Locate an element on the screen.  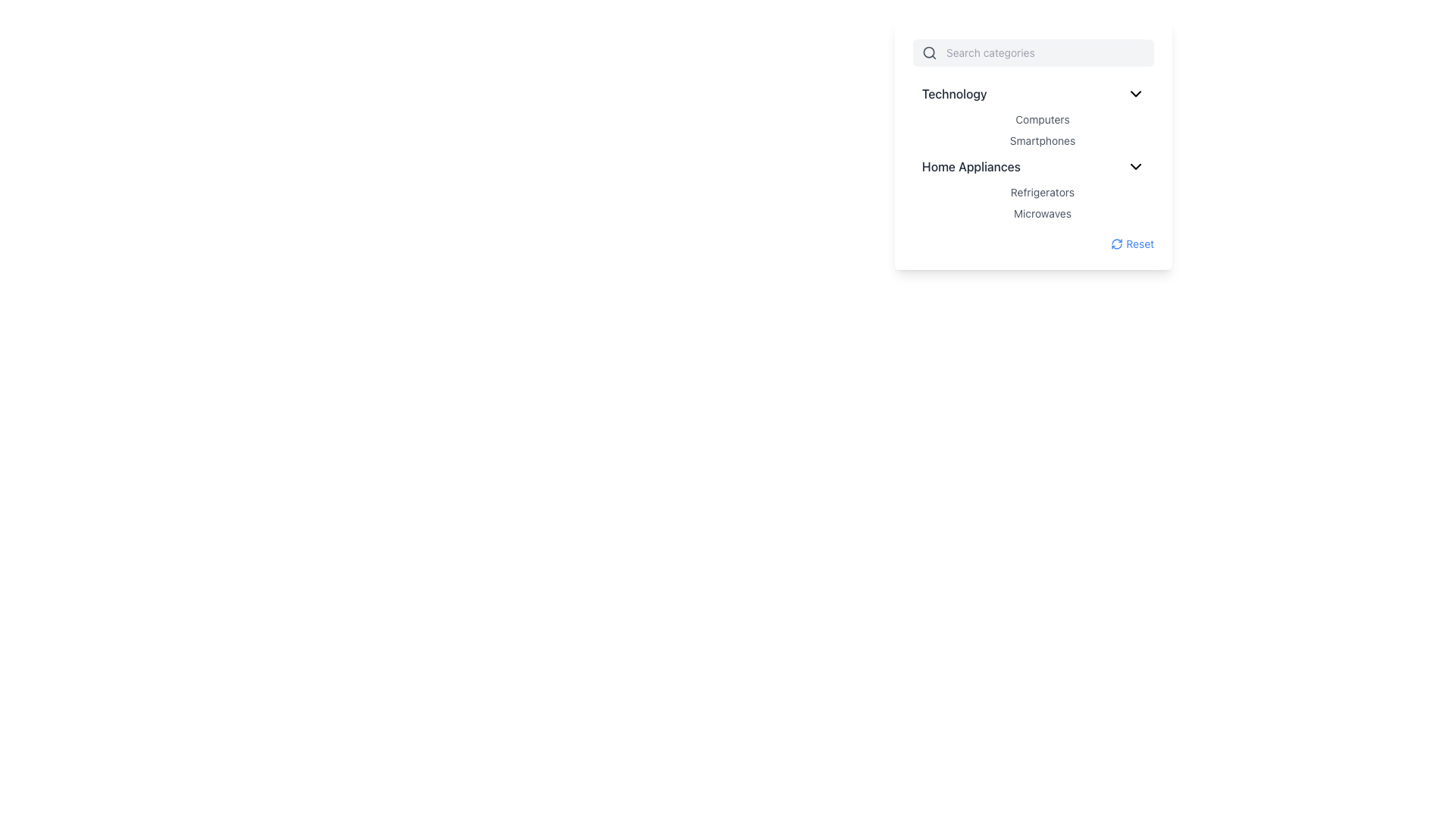
the 'Home Appliances' text label within the 'Technology' category dropdown menu is located at coordinates (971, 166).